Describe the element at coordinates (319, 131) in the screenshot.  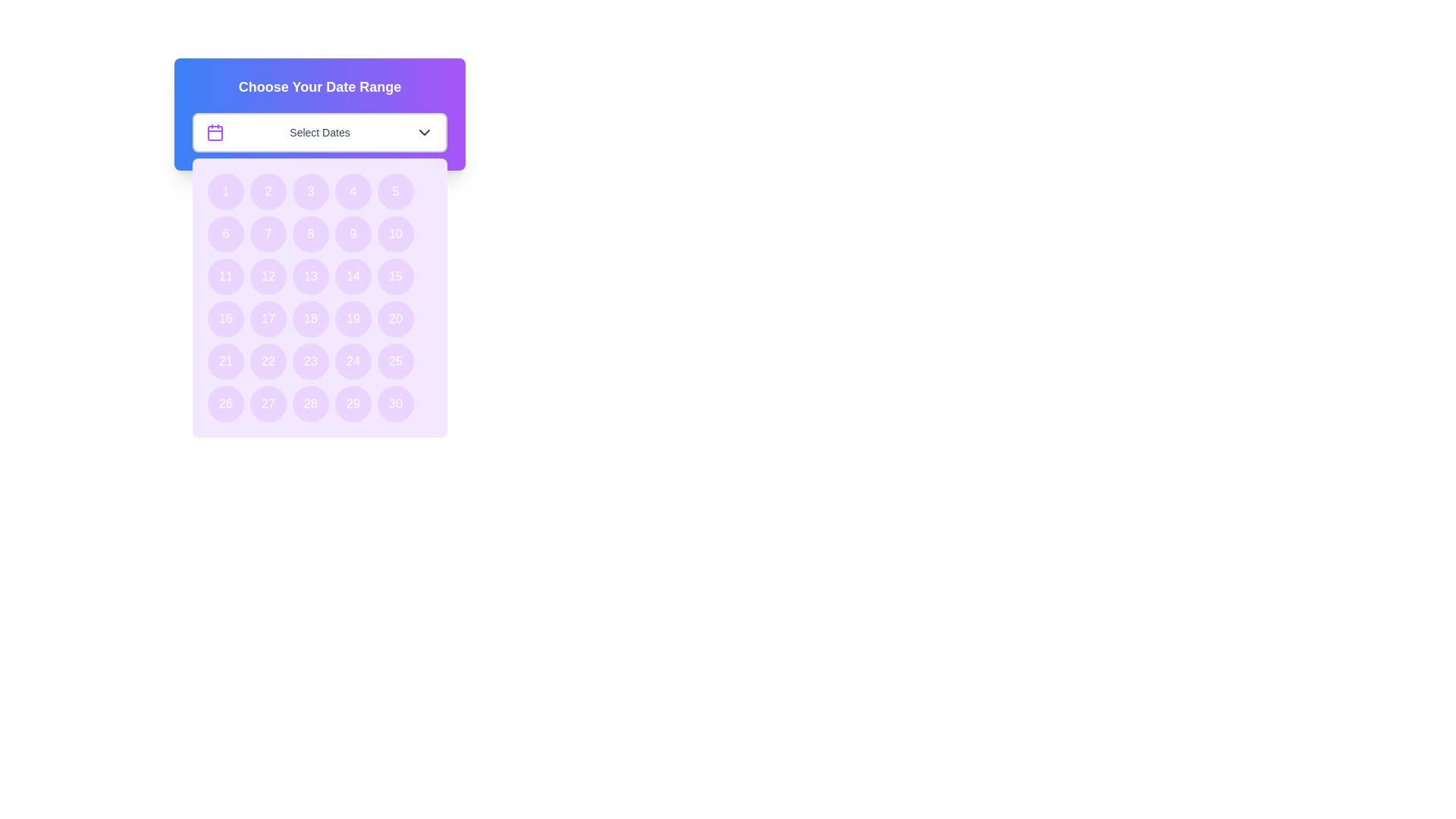
I see `the date selection dropdown containing a calendar icon and the text 'Select Dates'` at that location.